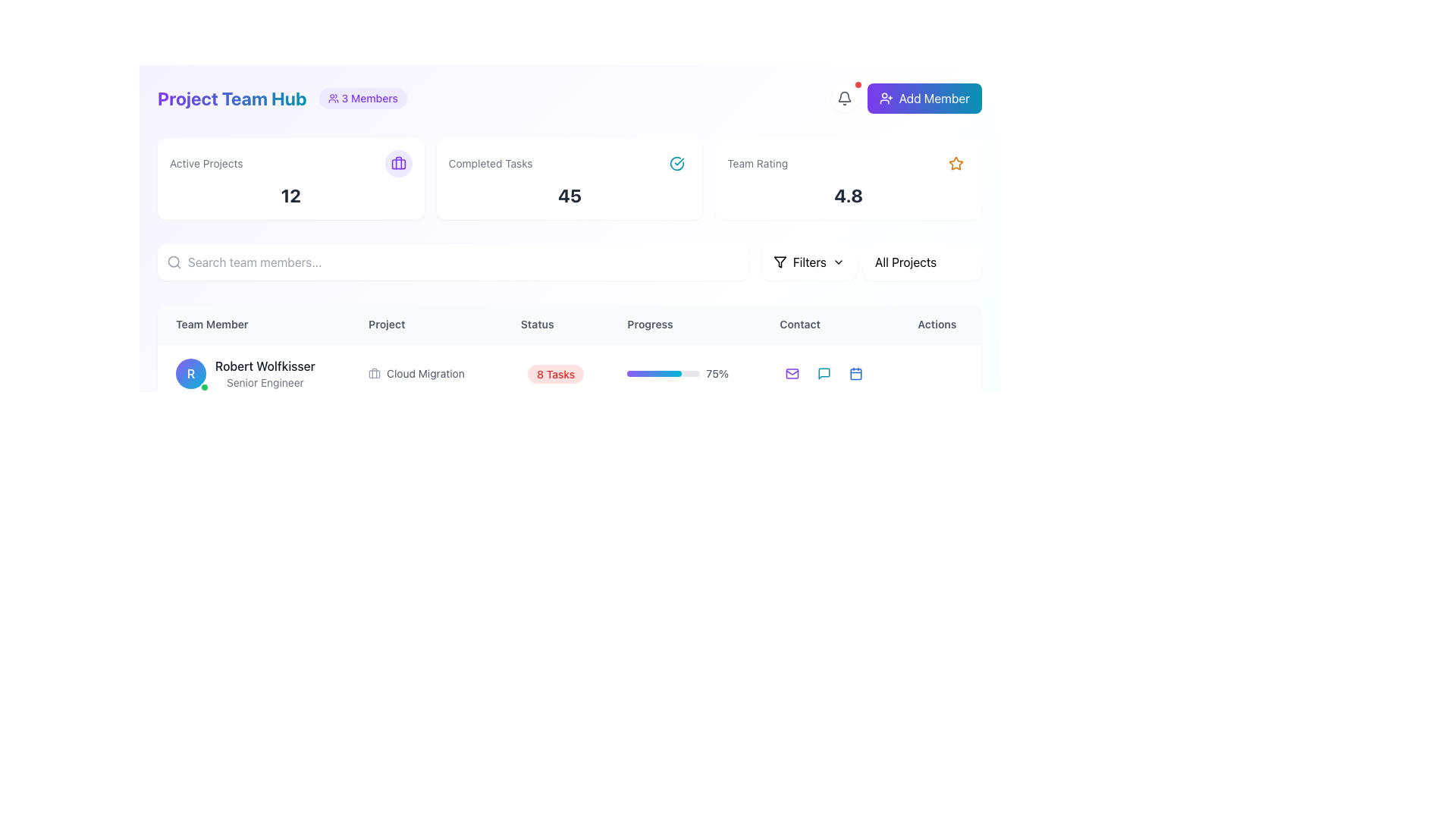  Describe the element at coordinates (491, 164) in the screenshot. I see `the text label displaying 'Completed Tasks', which is styled with a small font size and gray color, positioned to the left of the numerical value '45' and a circular button` at that location.